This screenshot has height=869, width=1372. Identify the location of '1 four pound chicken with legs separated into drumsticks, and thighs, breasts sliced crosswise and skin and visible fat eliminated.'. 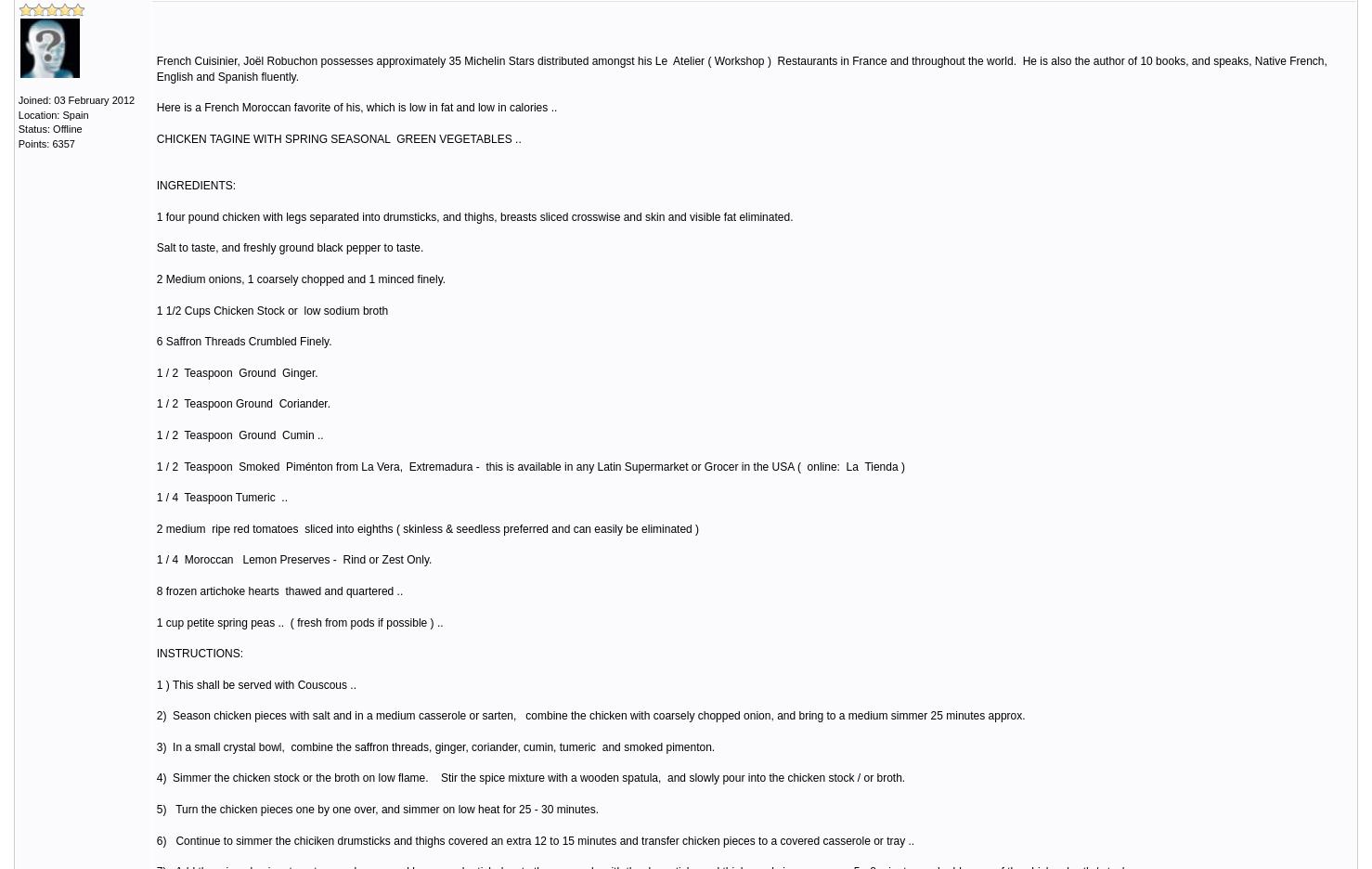
(473, 215).